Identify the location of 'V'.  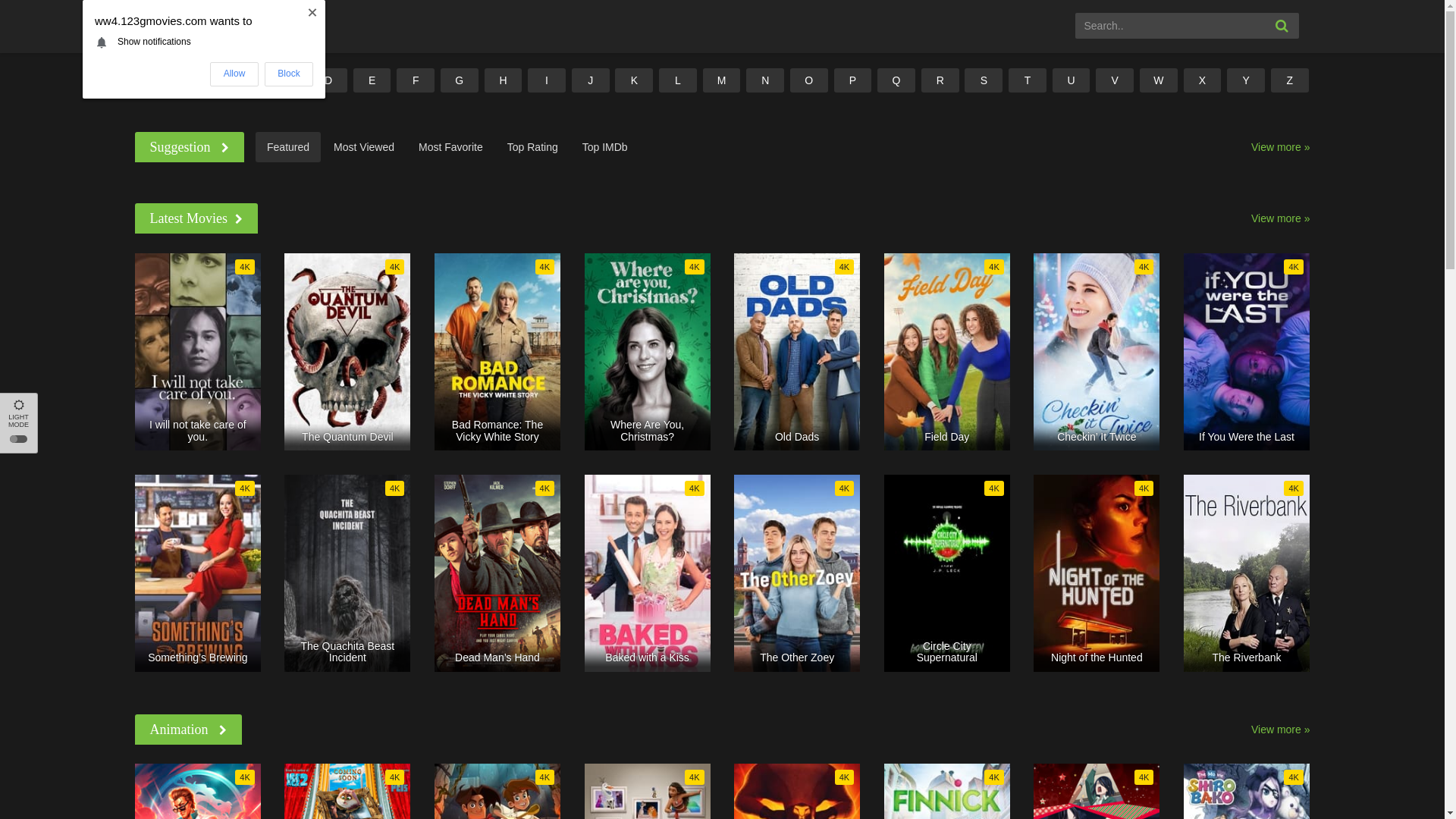
(1114, 80).